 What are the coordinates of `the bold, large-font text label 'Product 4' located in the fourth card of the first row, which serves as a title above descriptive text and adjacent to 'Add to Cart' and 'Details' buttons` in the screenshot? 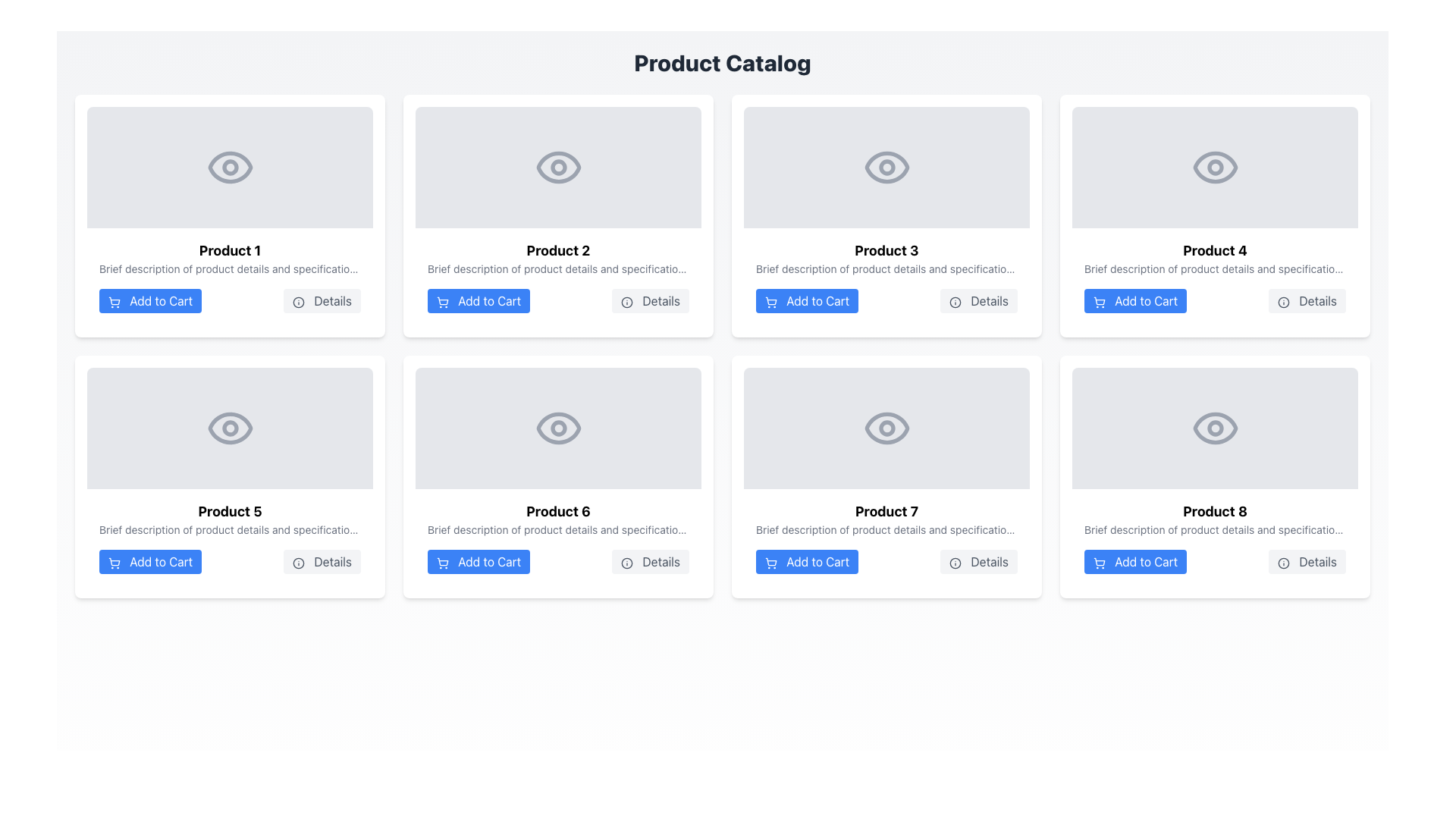 It's located at (1215, 250).